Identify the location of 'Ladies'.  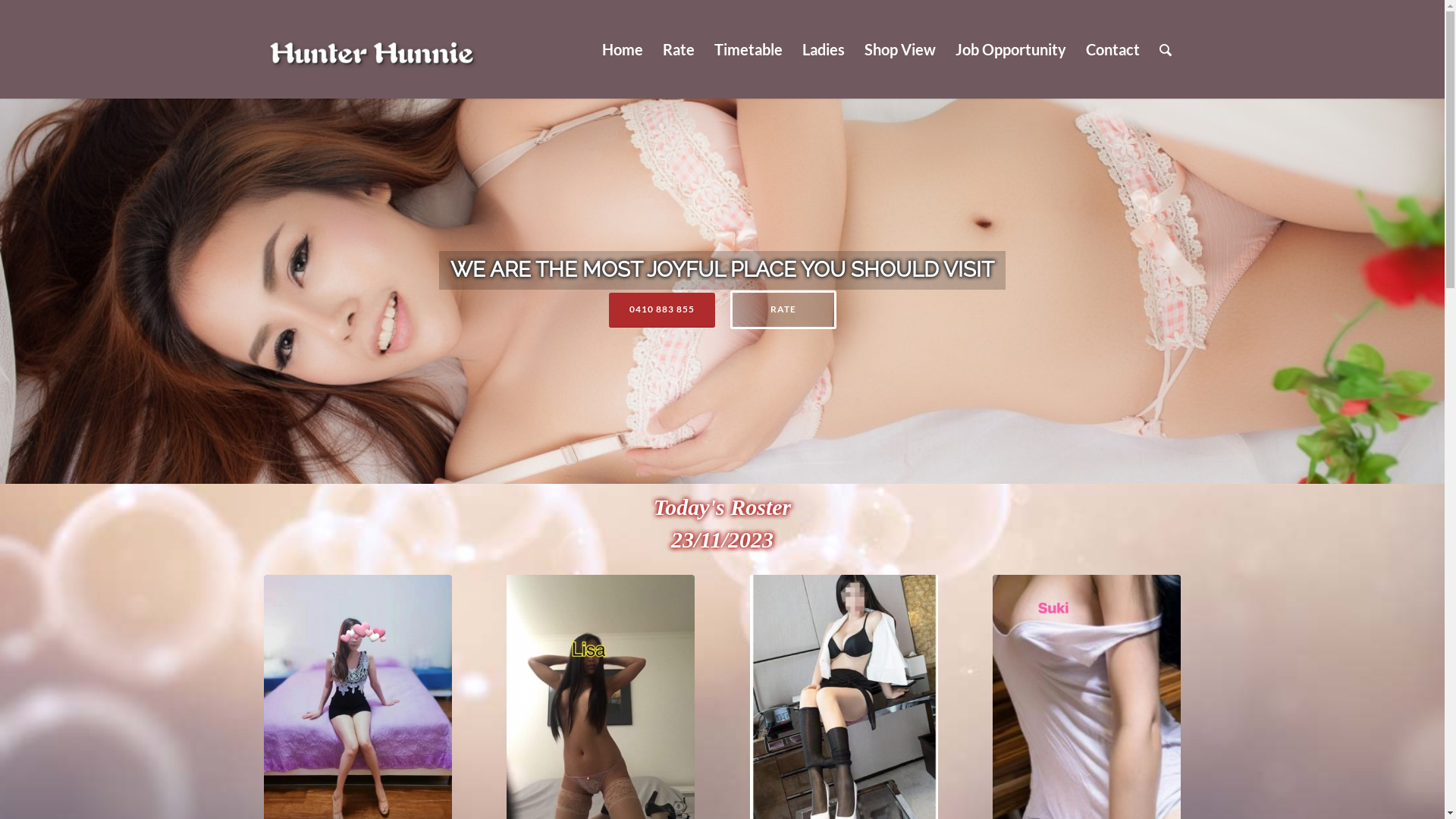
(821, 49).